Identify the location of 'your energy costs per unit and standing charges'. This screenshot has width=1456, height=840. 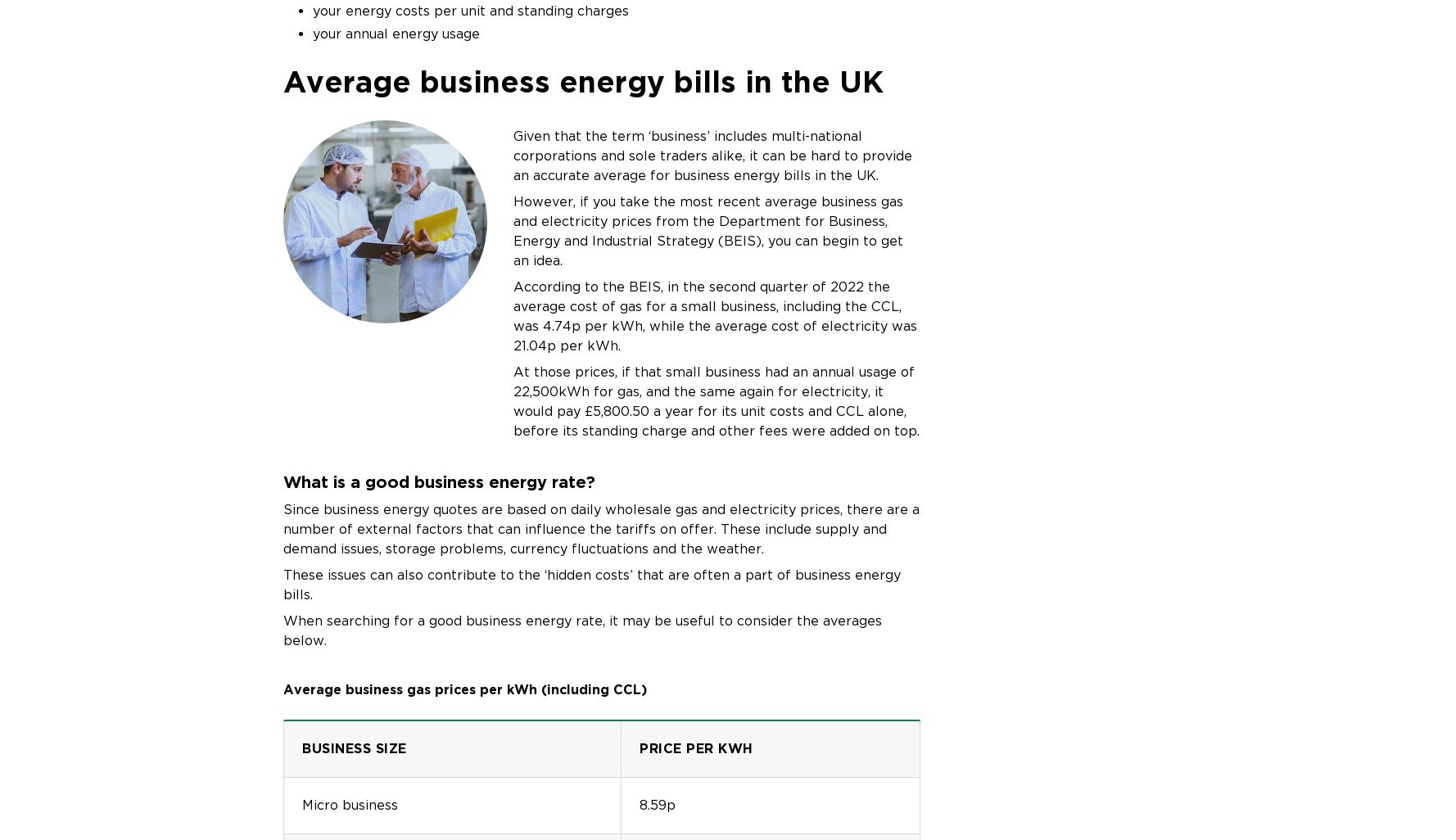
(312, 10).